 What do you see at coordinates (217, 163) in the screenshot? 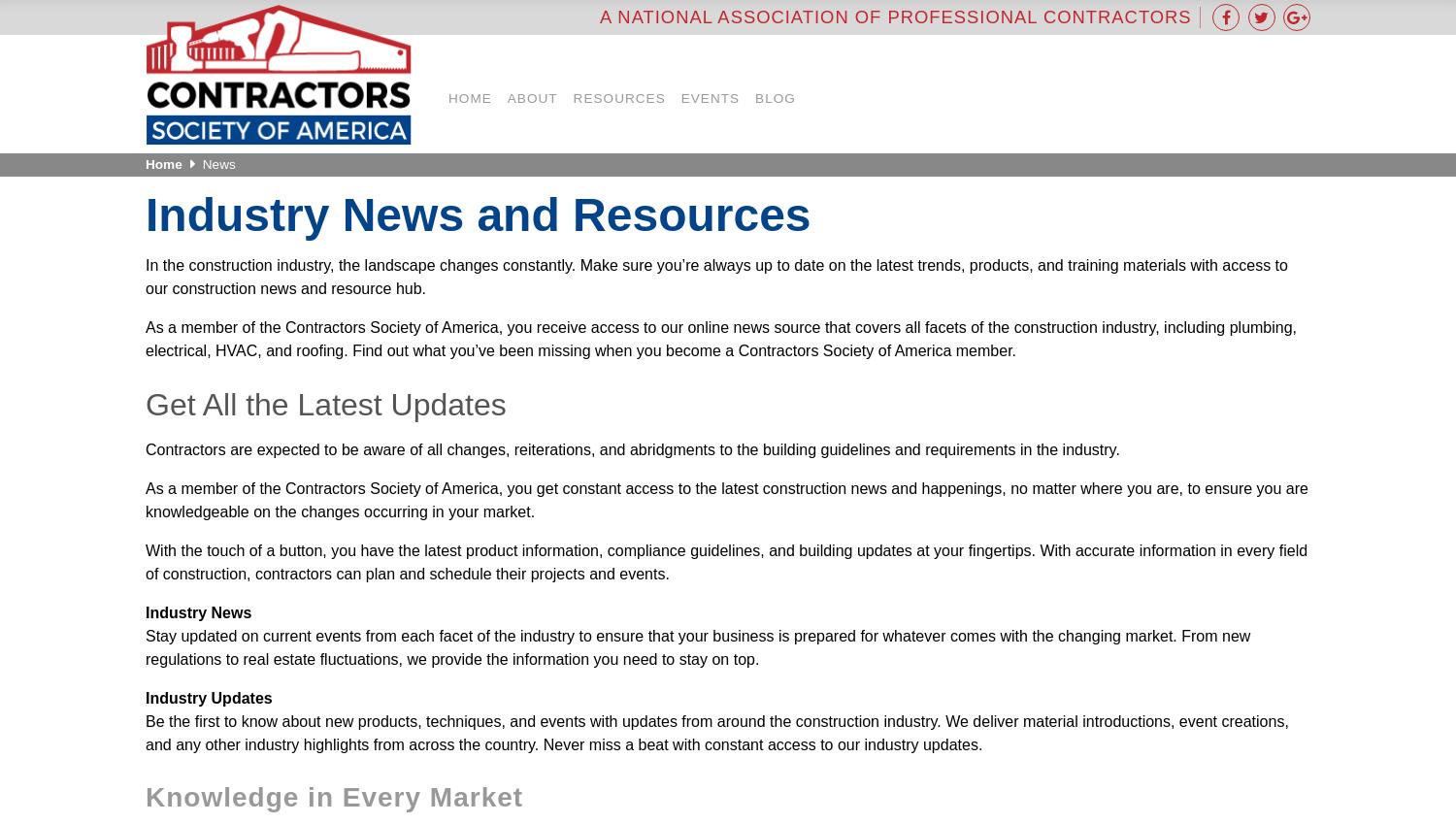
I see `'News'` at bounding box center [217, 163].